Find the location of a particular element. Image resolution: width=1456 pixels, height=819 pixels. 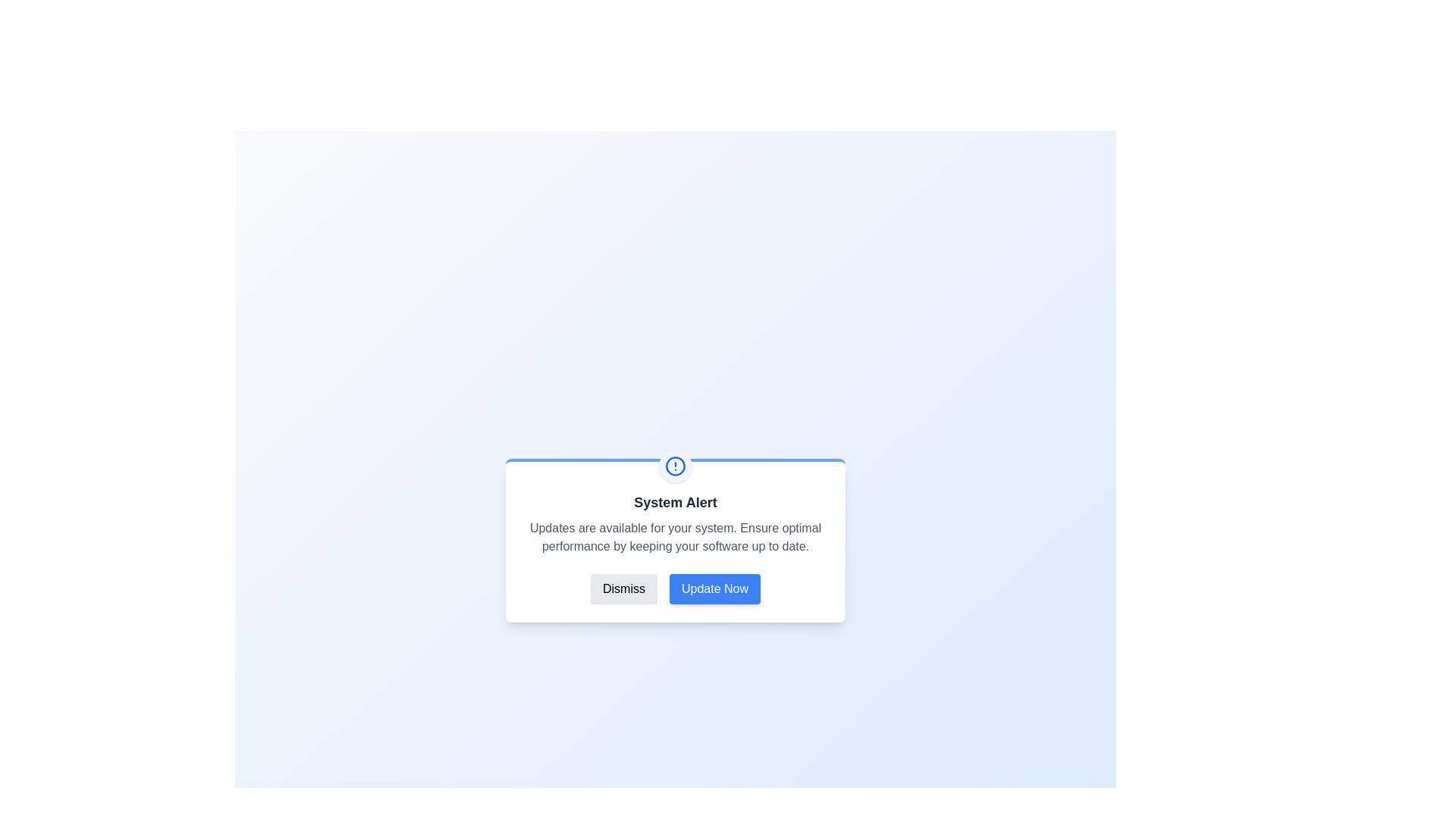

'Dismiss' button to close the alert is located at coordinates (623, 588).